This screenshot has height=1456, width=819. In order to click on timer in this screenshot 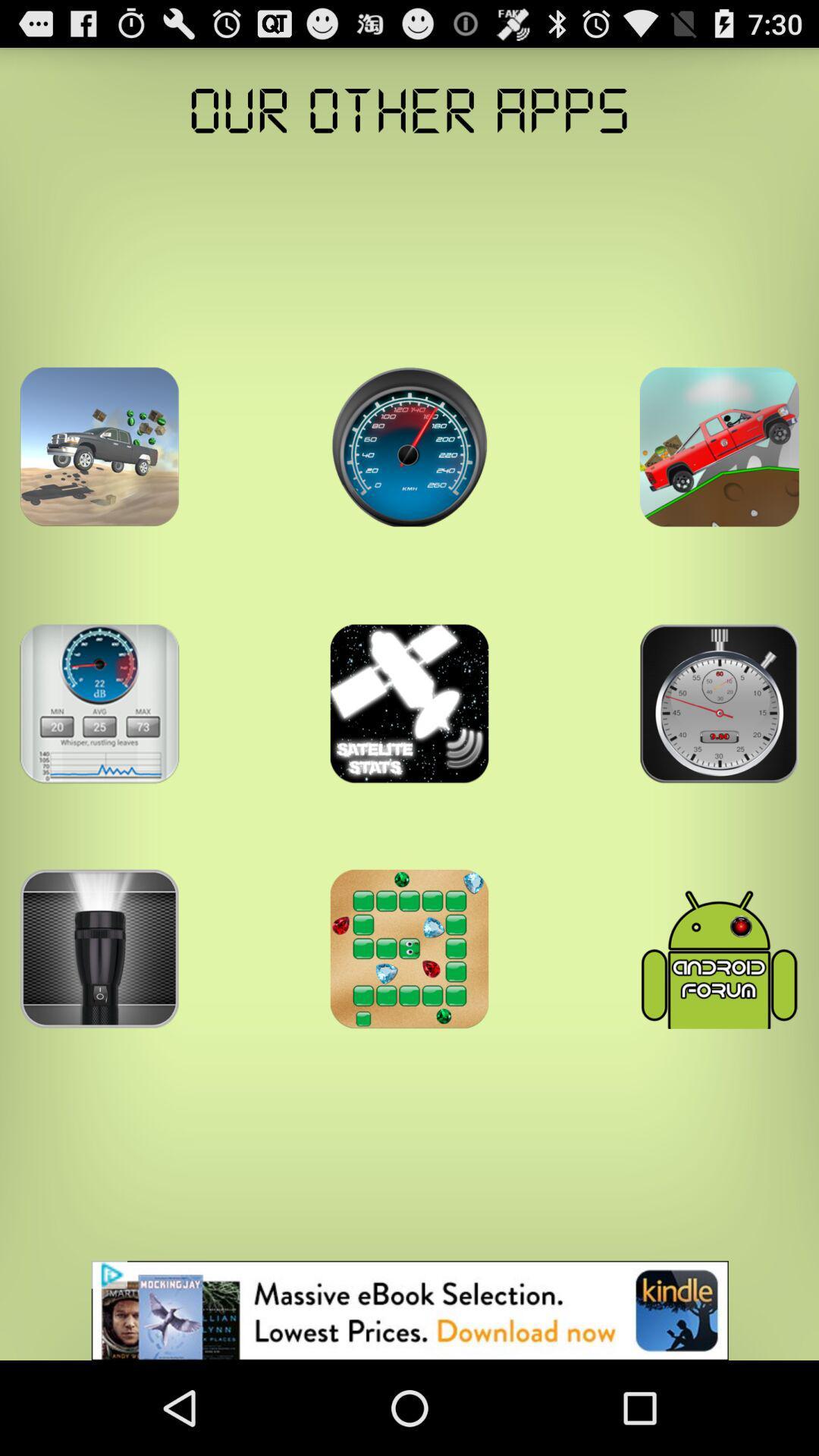, I will do `click(99, 703)`.